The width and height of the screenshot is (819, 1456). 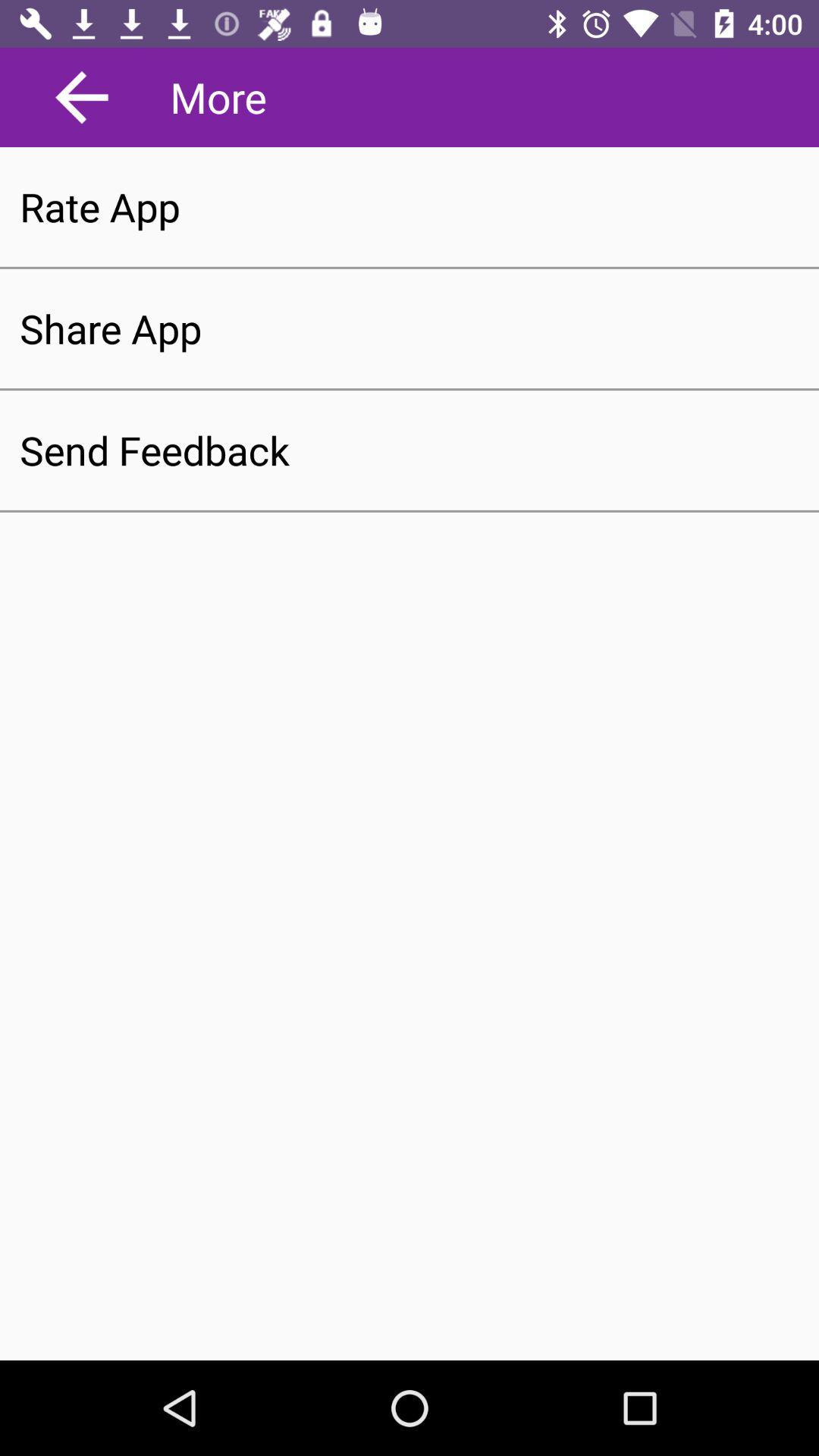 I want to click on go back, so click(x=82, y=96).